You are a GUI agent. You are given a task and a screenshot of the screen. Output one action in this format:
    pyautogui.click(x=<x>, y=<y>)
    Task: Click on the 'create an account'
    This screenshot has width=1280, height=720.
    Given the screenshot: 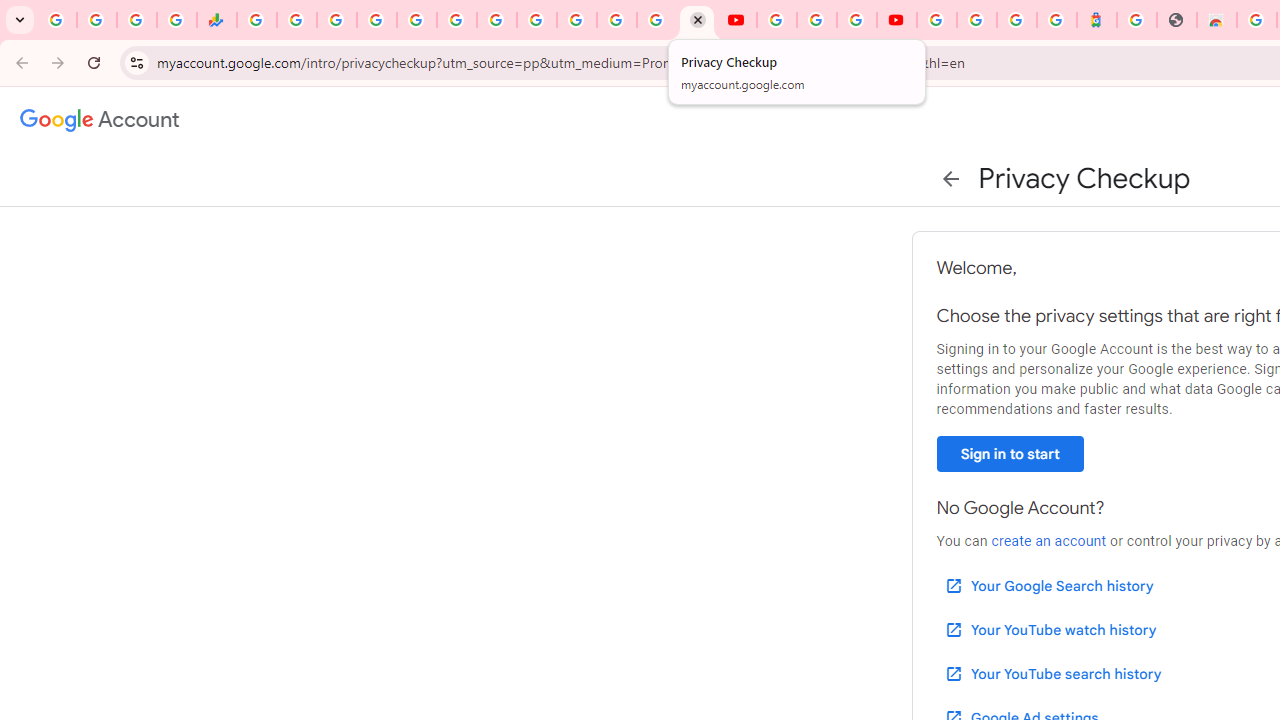 What is the action you would take?
    pyautogui.click(x=1047, y=541)
    